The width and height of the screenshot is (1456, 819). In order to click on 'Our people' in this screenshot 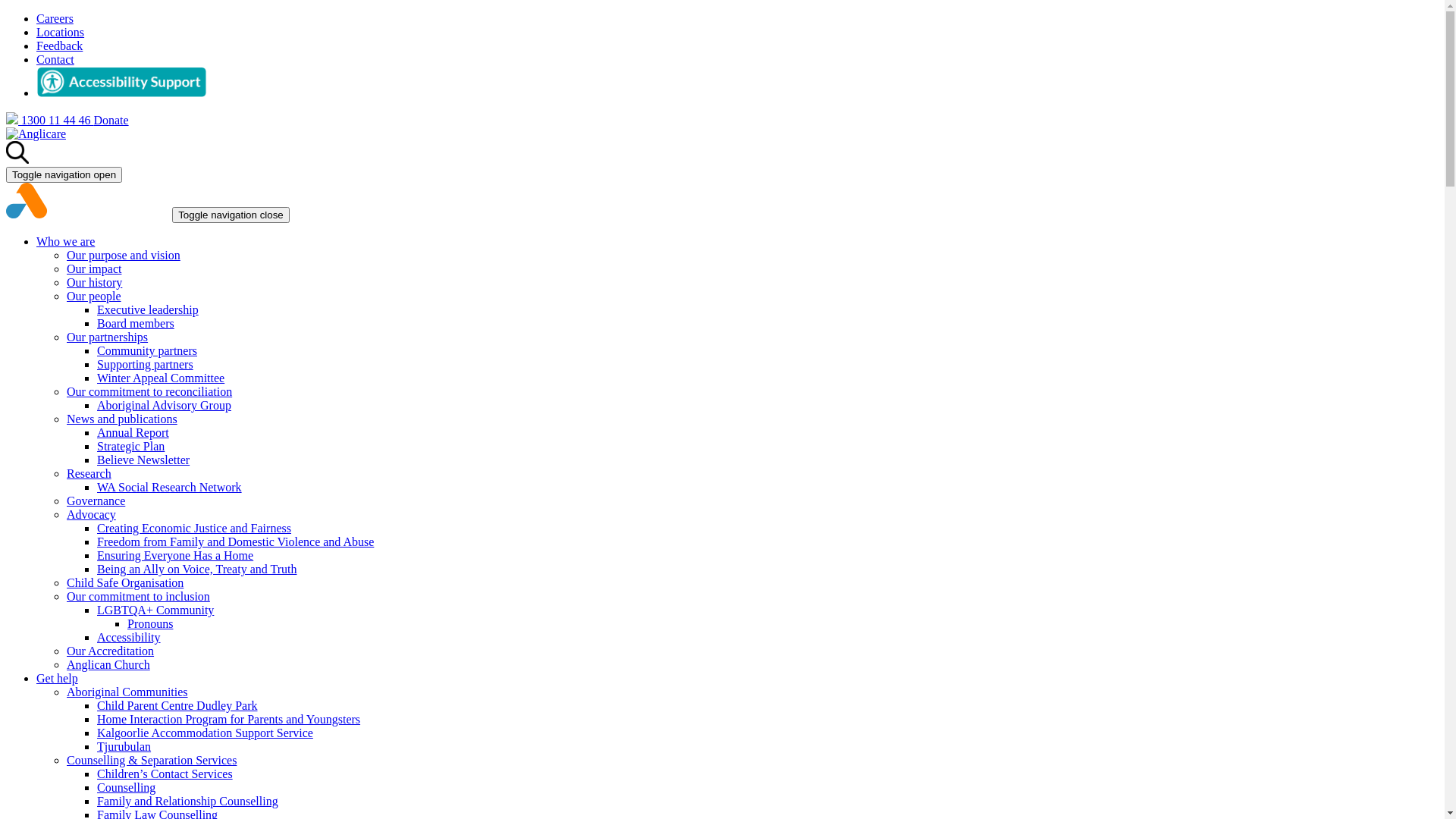, I will do `click(65, 296)`.